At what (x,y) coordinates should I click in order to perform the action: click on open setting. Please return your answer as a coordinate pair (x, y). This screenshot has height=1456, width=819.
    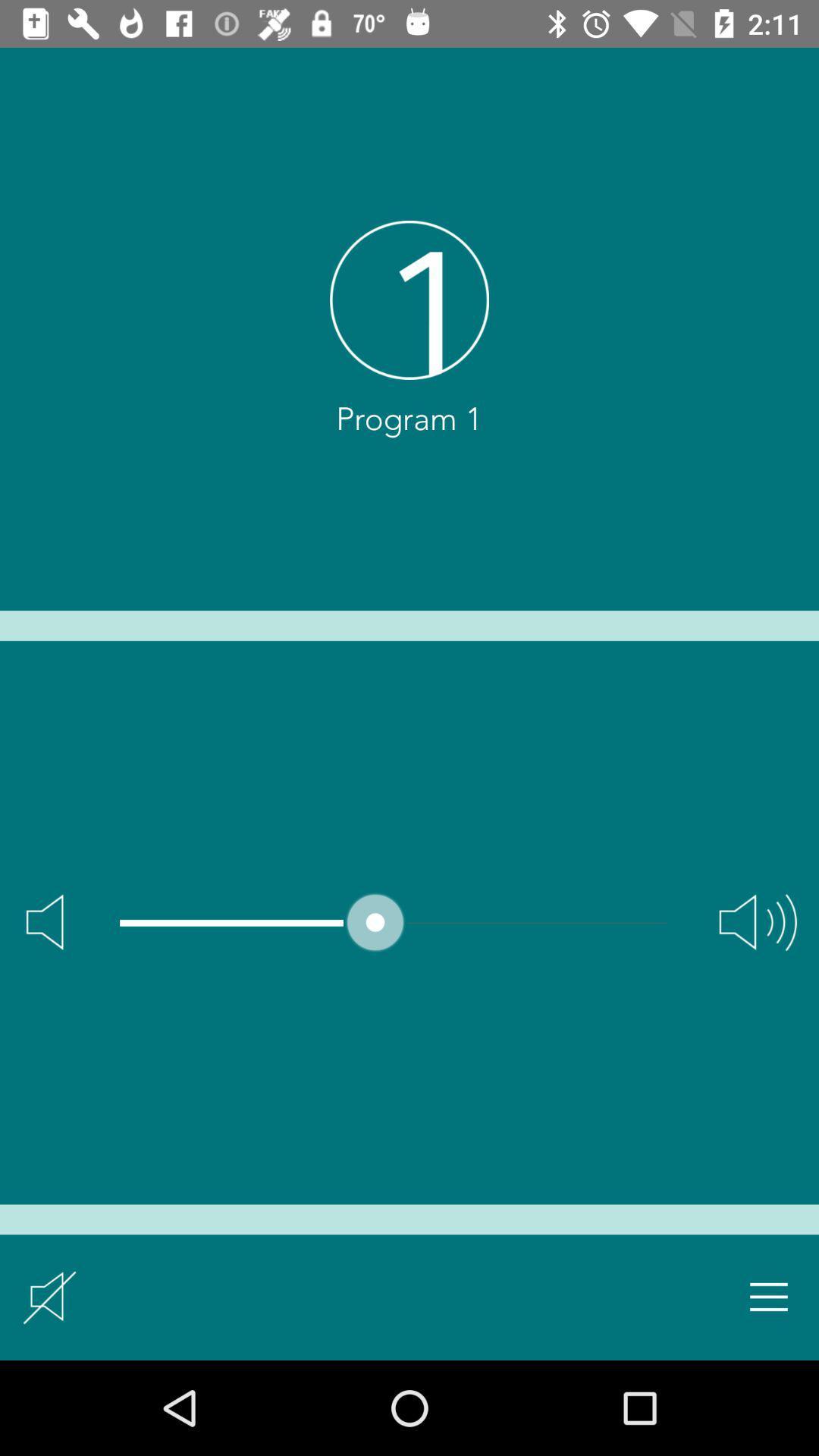
    Looking at the image, I should click on (769, 1296).